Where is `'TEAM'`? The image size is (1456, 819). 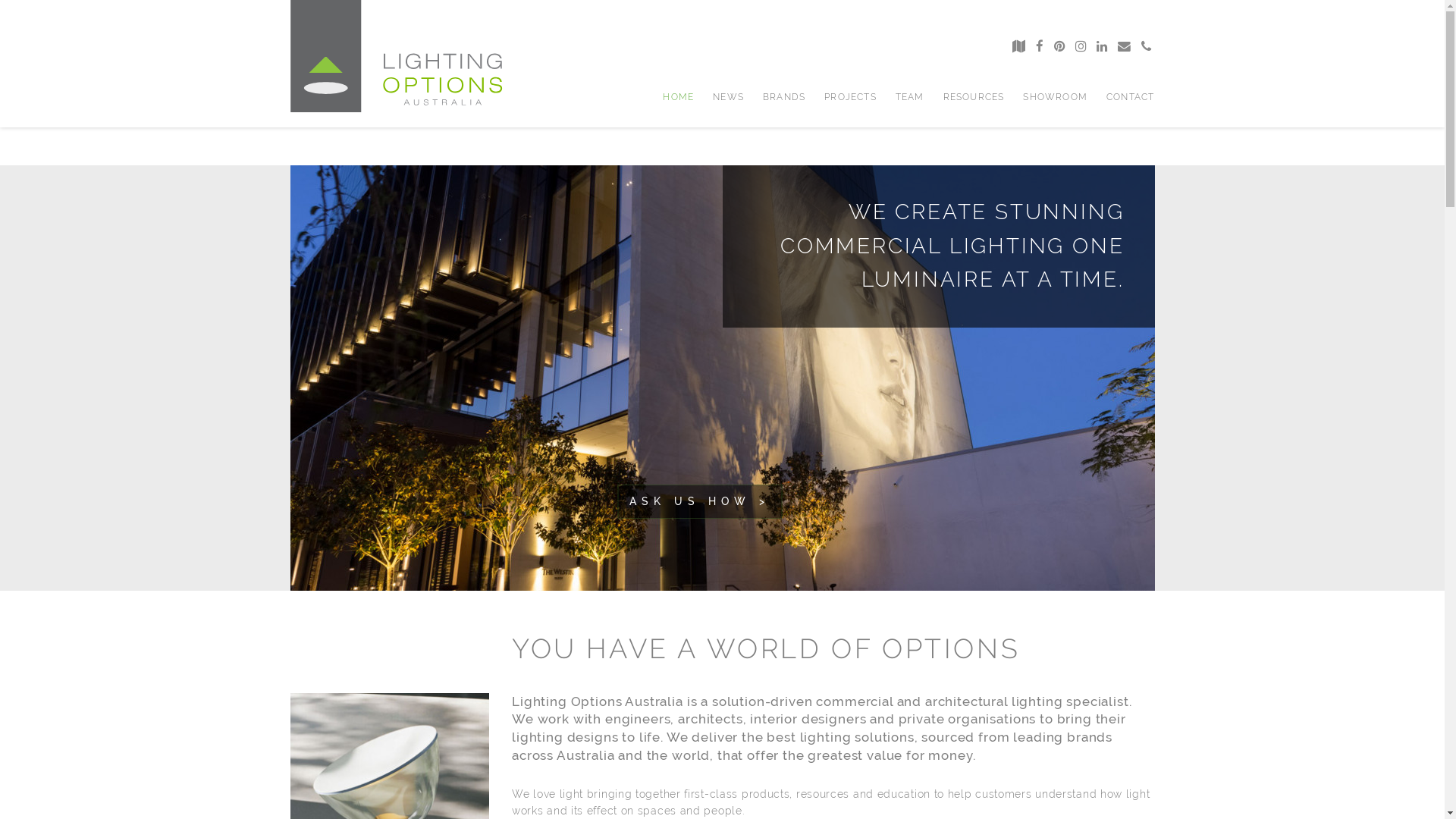 'TEAM' is located at coordinates (910, 96).